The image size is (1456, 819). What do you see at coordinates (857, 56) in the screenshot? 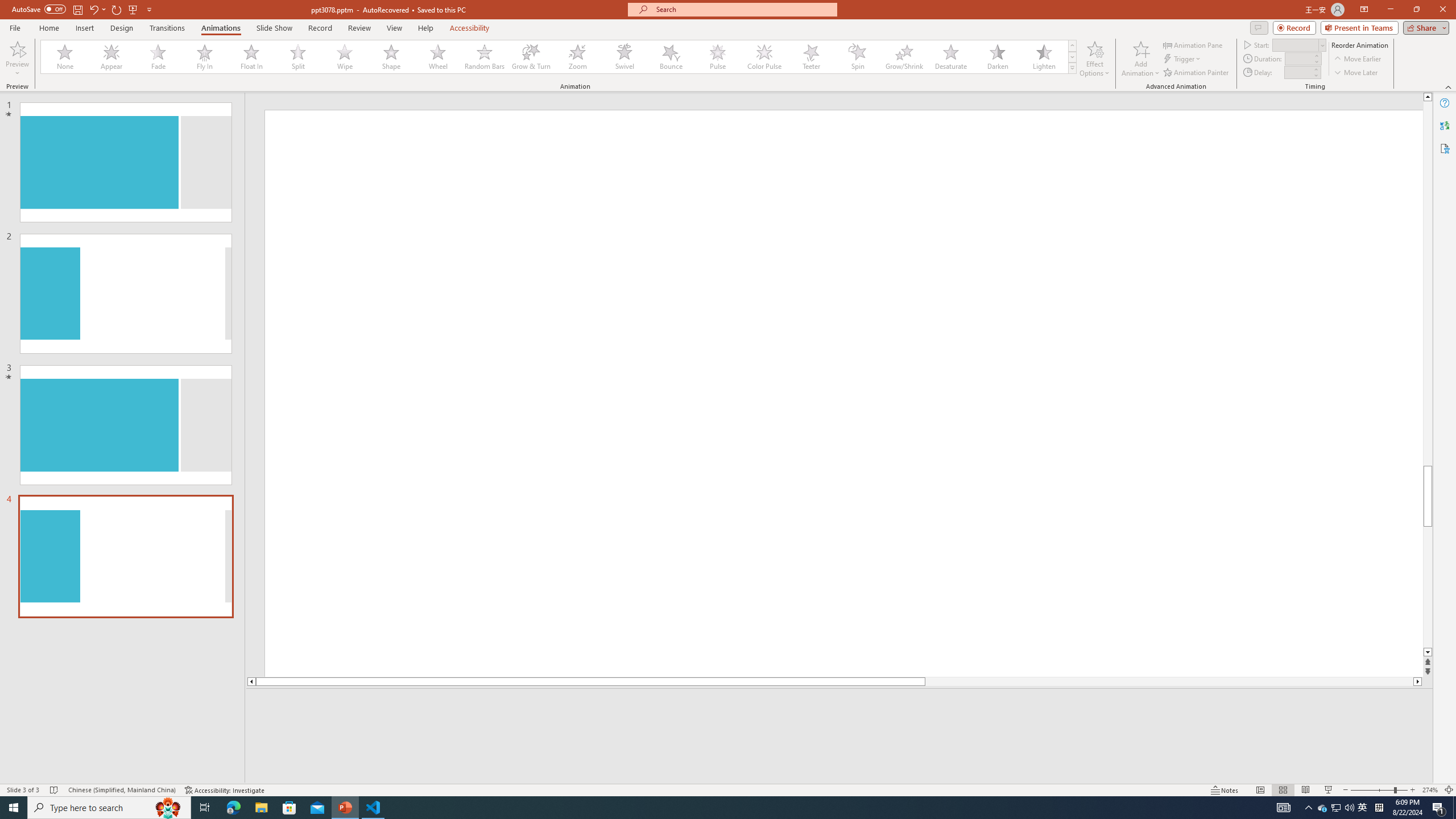
I see `'Spin'` at bounding box center [857, 56].